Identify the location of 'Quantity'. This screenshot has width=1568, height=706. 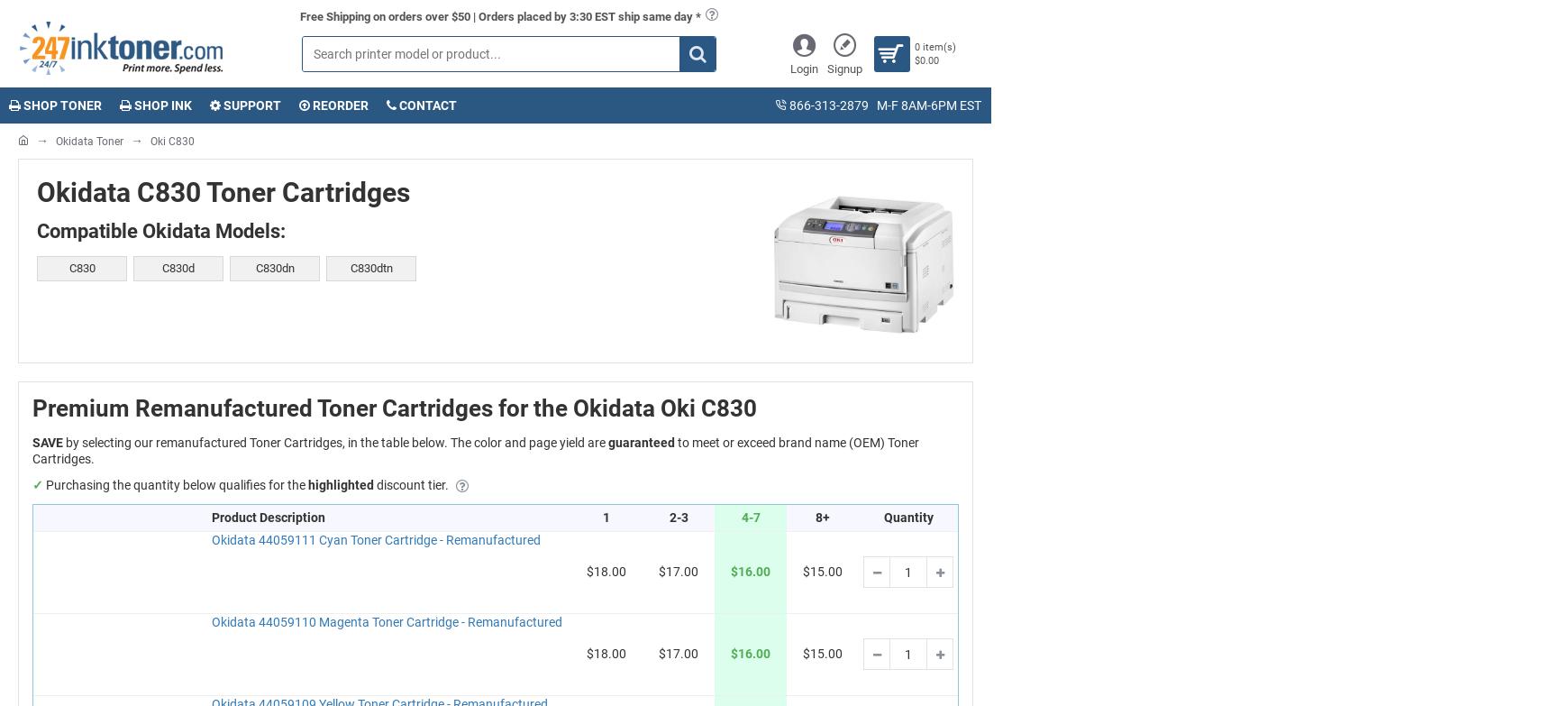
(907, 517).